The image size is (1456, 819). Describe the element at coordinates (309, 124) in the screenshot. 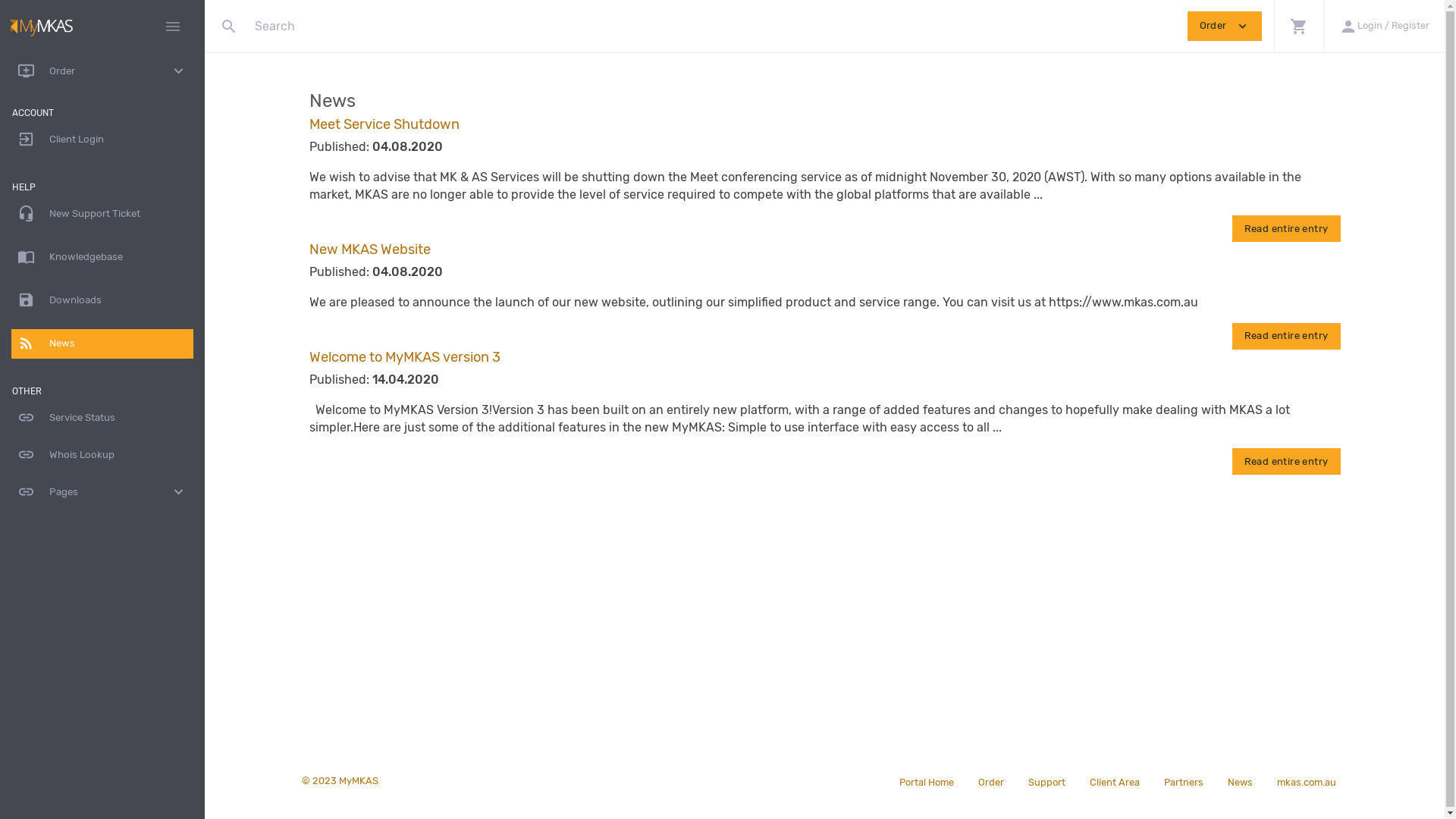

I see `'Meet Service Shutdown'` at that location.